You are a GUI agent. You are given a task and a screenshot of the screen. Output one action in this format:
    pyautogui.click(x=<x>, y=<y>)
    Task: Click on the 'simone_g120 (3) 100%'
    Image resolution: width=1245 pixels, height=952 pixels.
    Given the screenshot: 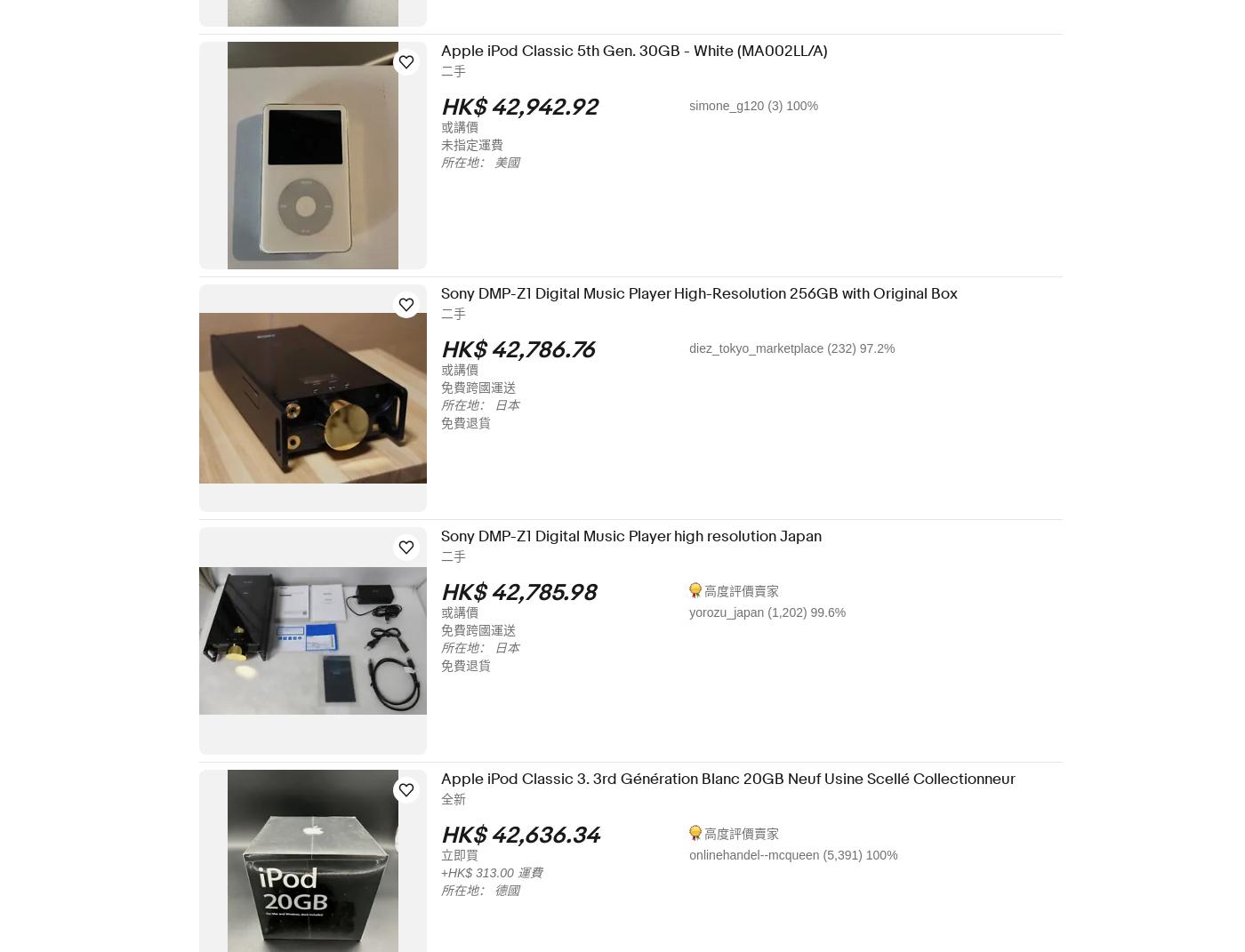 What is the action you would take?
    pyautogui.click(x=765, y=105)
    